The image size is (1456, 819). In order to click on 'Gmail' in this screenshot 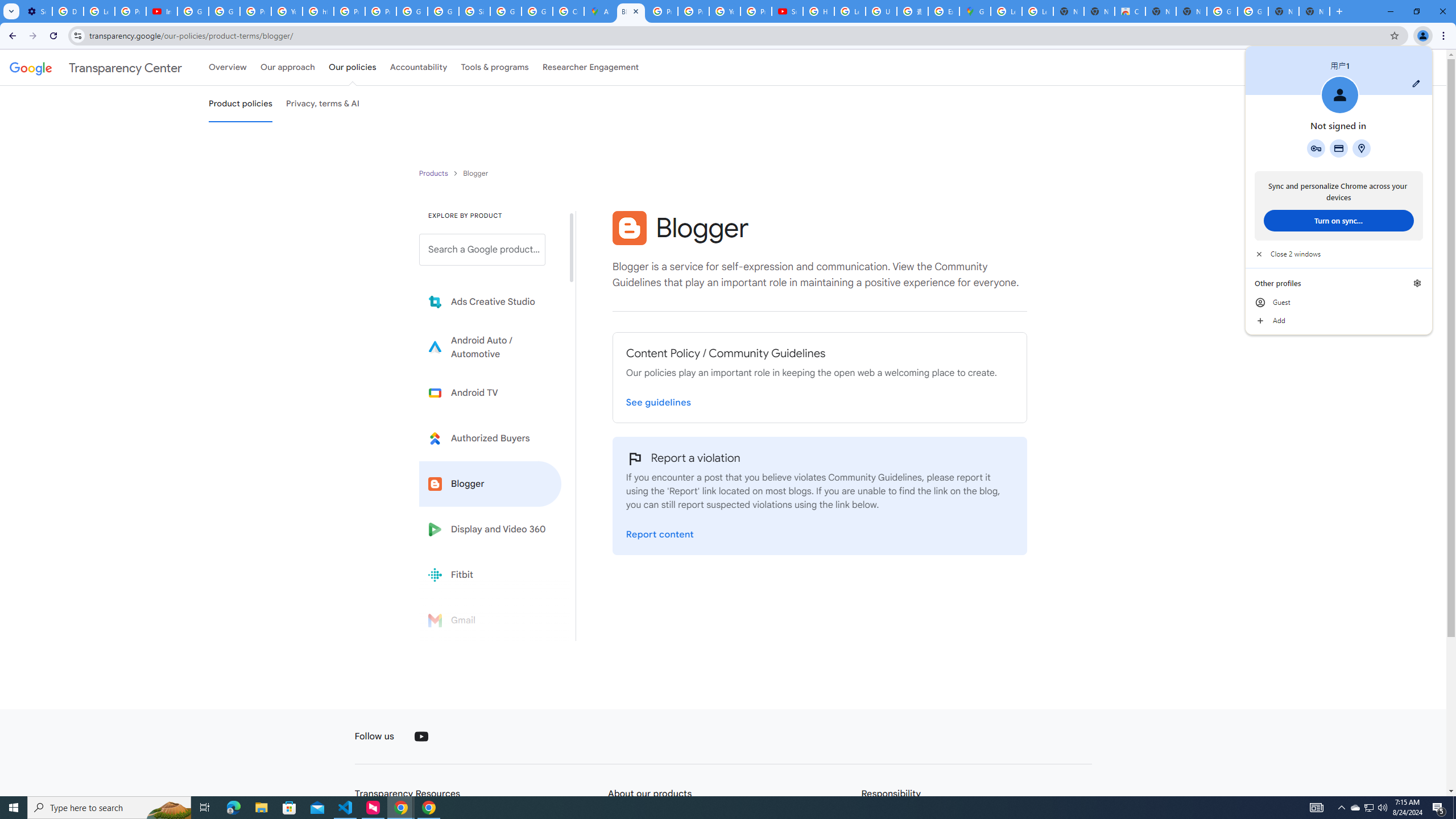, I will do `click(490, 619)`.